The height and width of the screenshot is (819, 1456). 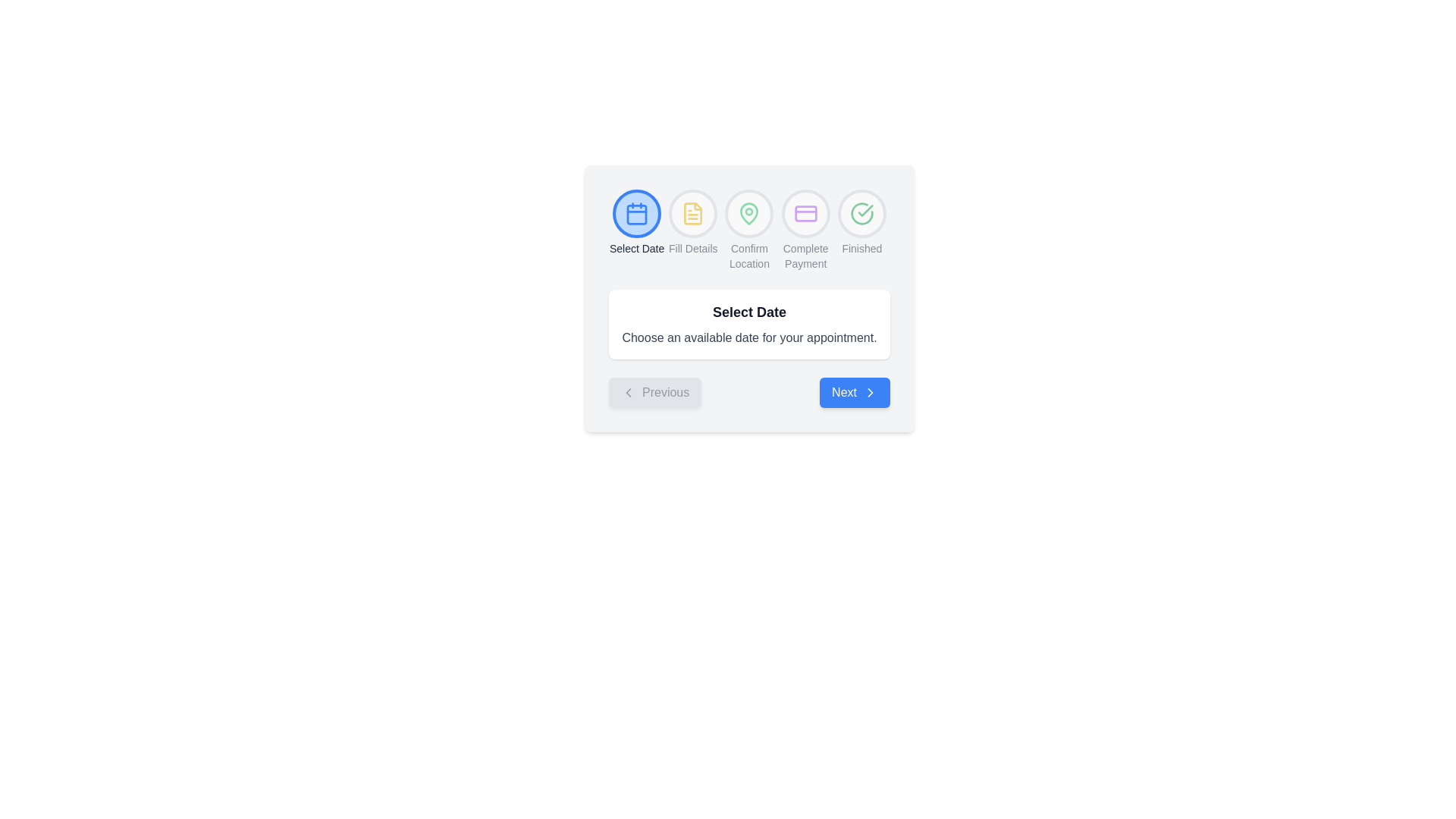 What do you see at coordinates (749, 256) in the screenshot?
I see `the 'Confirm Location' text label, which is the third step in the process flow, located beneath a green map pin icon and surrounded by other step labels` at bounding box center [749, 256].